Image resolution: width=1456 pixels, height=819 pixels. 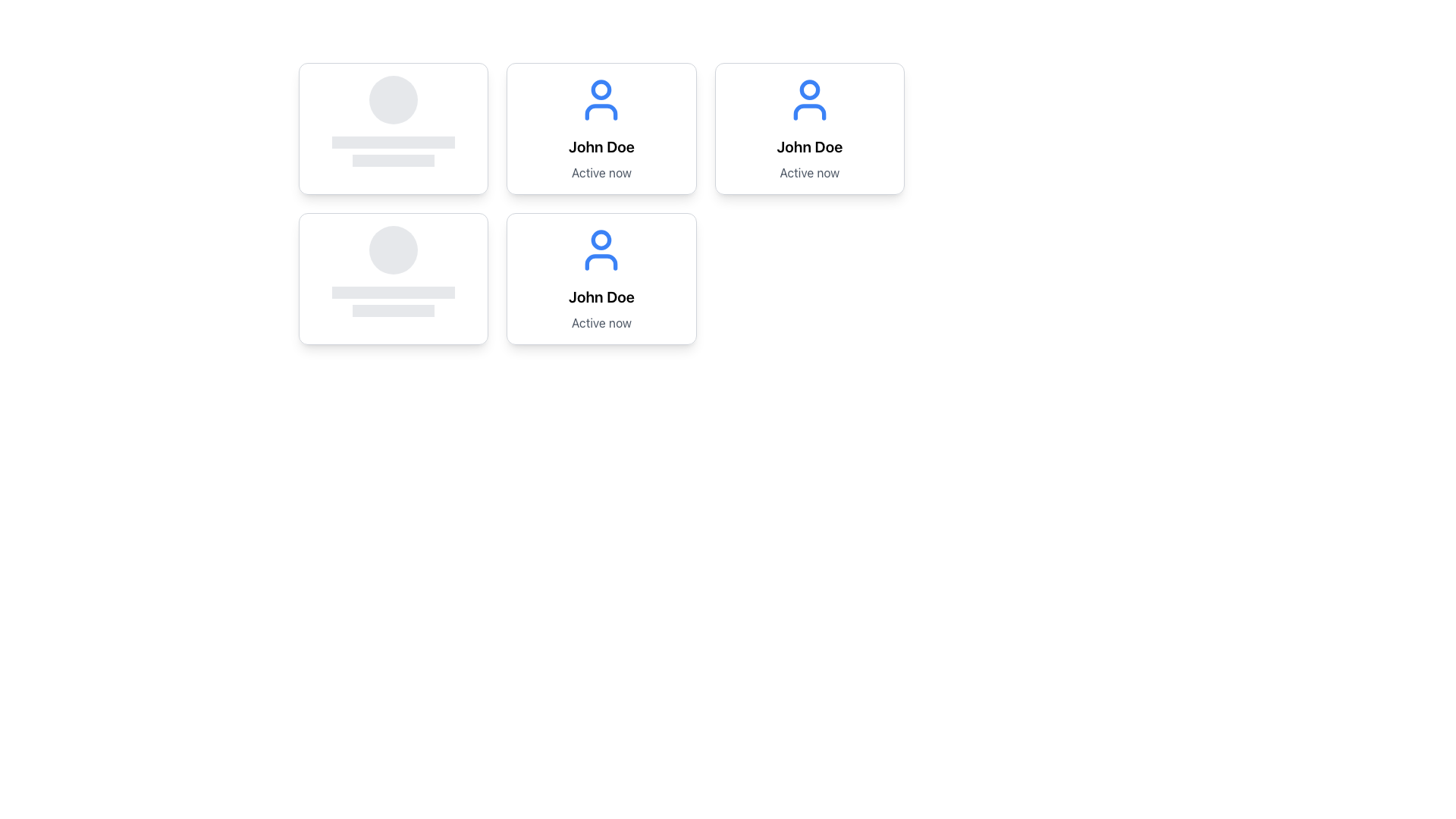 I want to click on the gray circular shape and horizontal gray bars of the Placeholder located in the upper-left card of the grid, so click(x=394, y=120).